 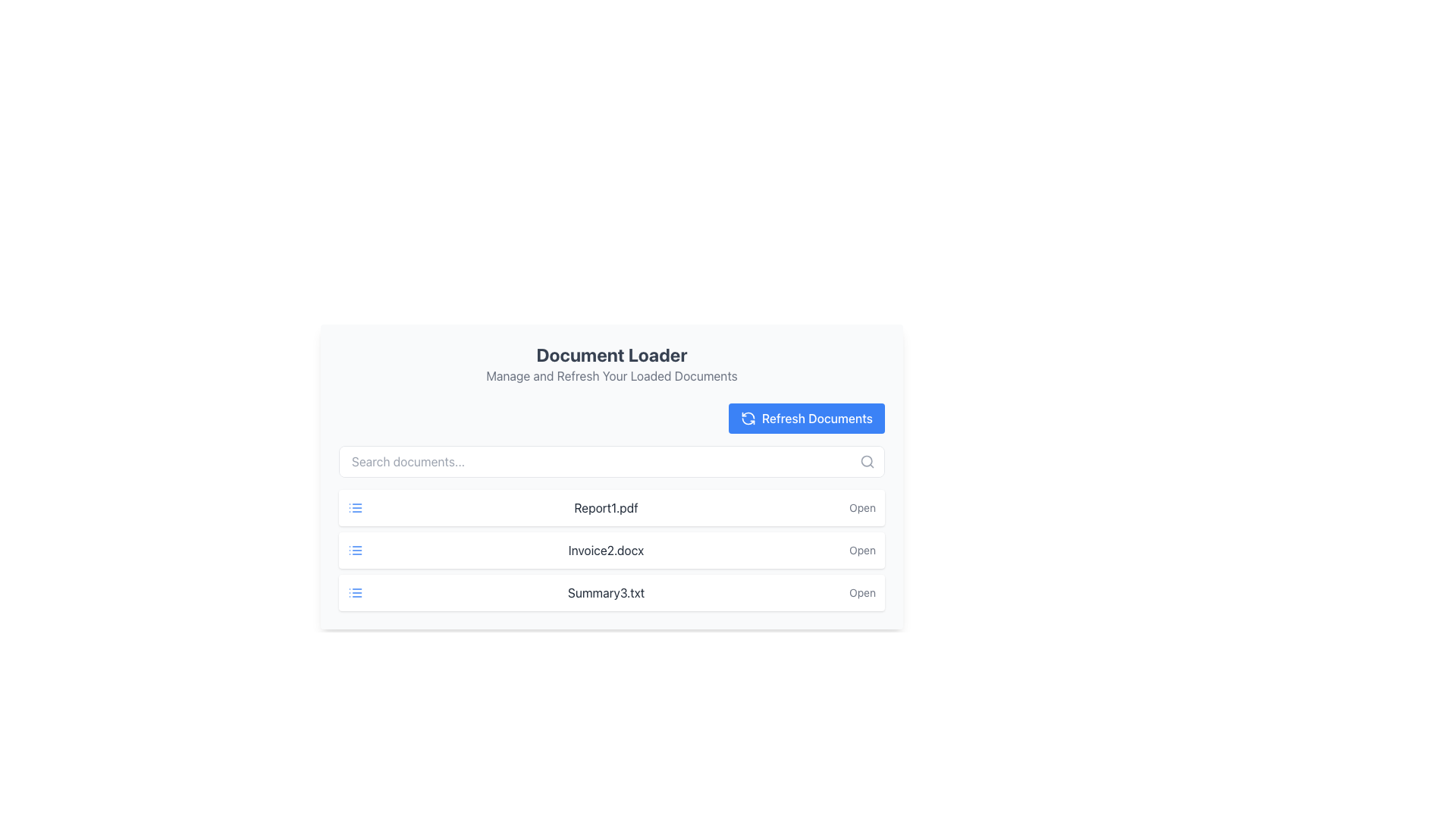 I want to click on the circular arrow icon representing a refresh action, located within the 'Refresh Documents' button in the top-right corner of the interface, so click(x=748, y=418).